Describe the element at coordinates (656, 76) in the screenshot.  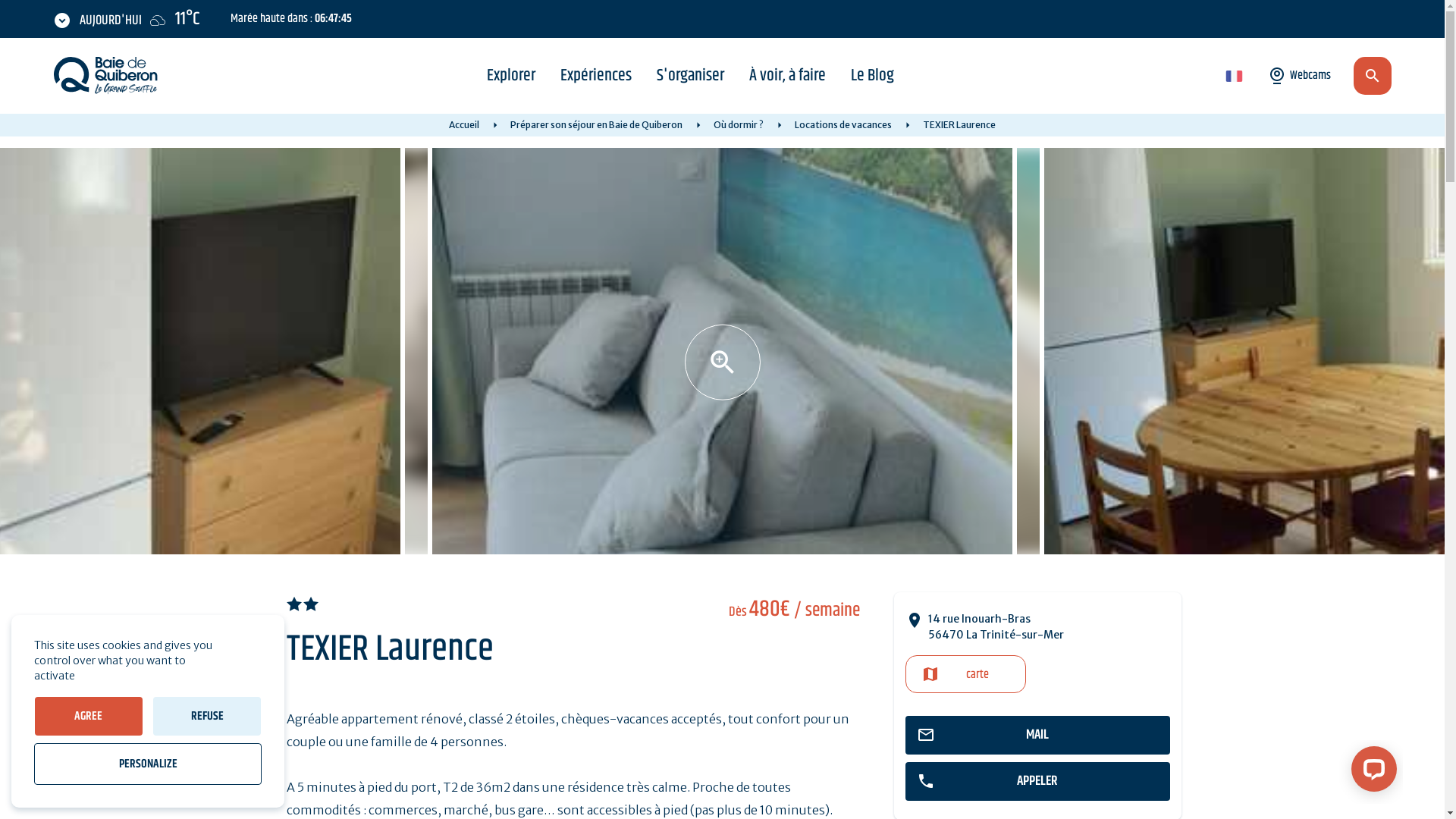
I see `'S'organiser'` at that location.